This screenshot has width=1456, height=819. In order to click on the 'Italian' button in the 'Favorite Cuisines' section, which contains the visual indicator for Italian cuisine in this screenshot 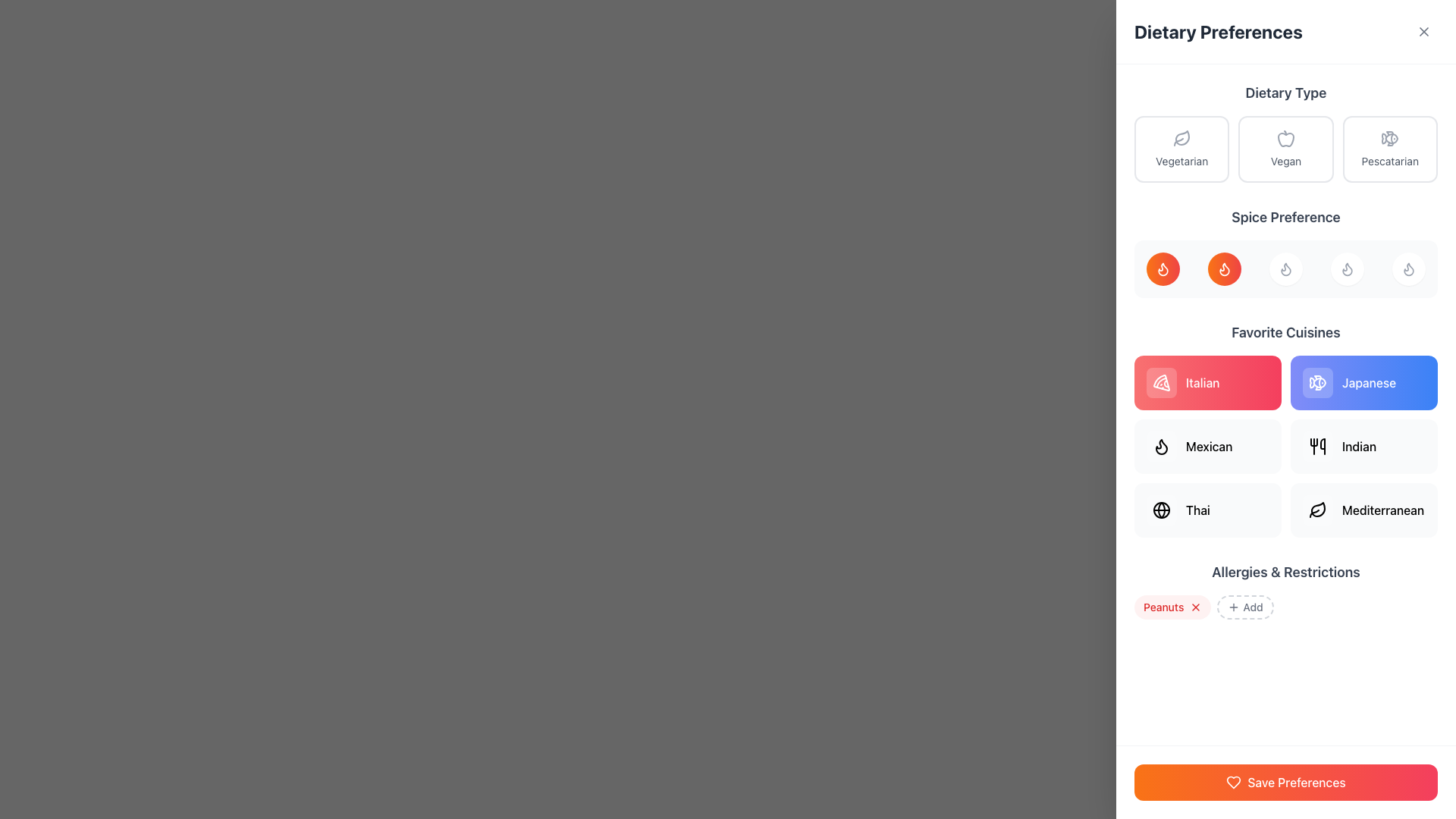, I will do `click(1160, 382)`.